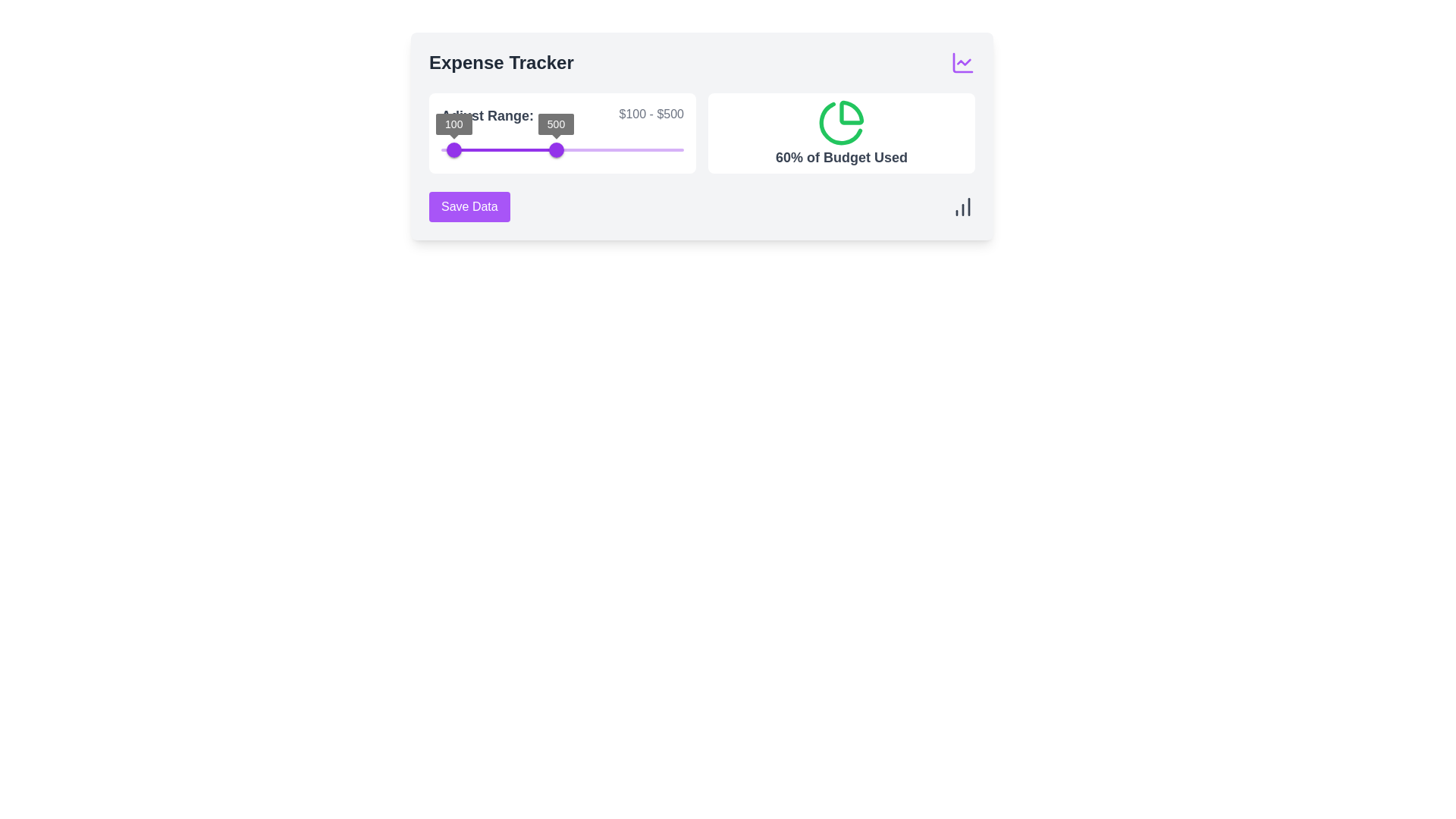 Image resolution: width=1456 pixels, height=819 pixels. Describe the element at coordinates (562, 133) in the screenshot. I see `and drag the handles of the range slider located in the left section of the grid layout to adjust the range from $100 to $500` at that location.